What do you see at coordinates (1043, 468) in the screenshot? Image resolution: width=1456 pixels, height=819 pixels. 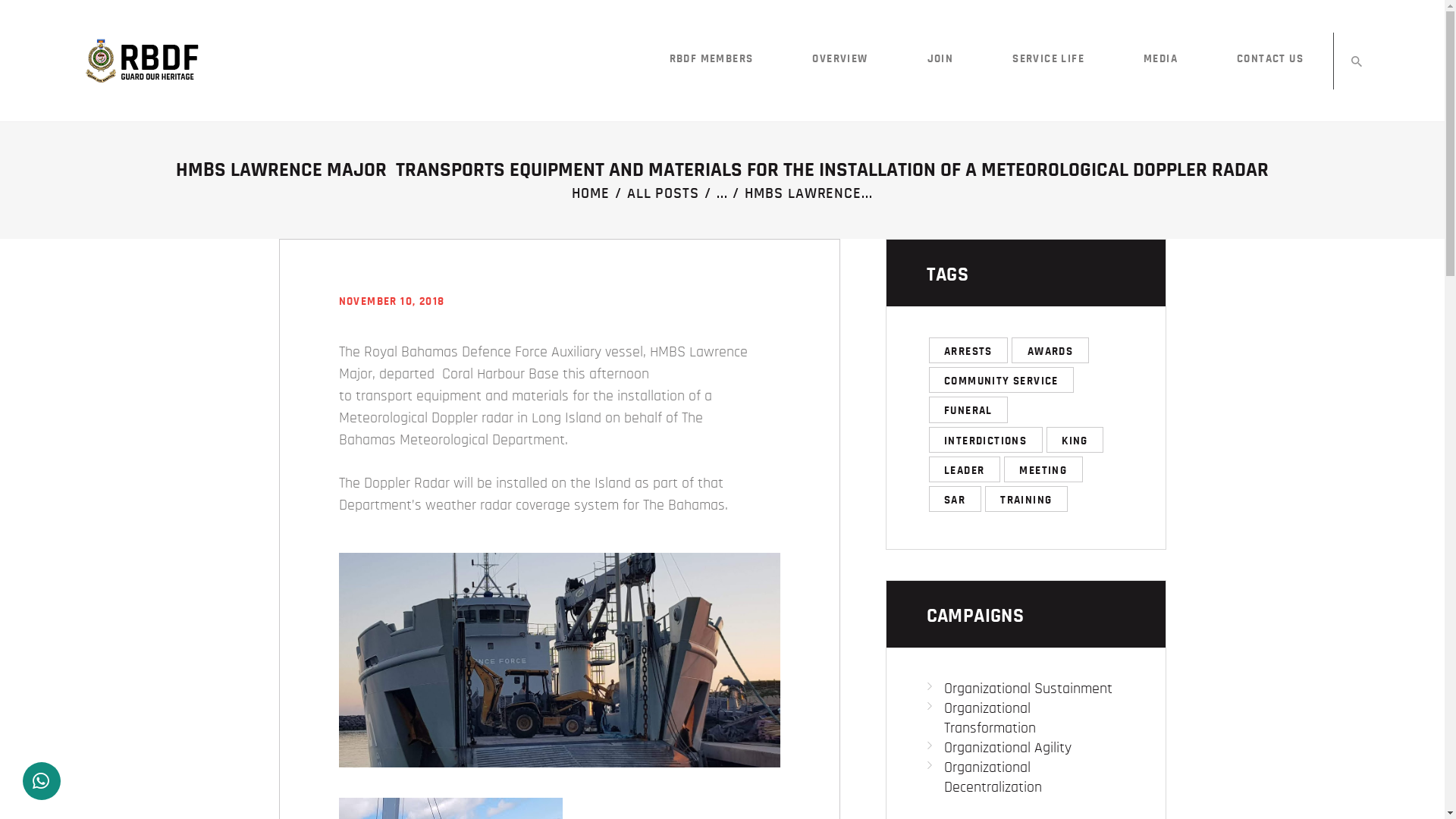 I see `'MEETING'` at bounding box center [1043, 468].